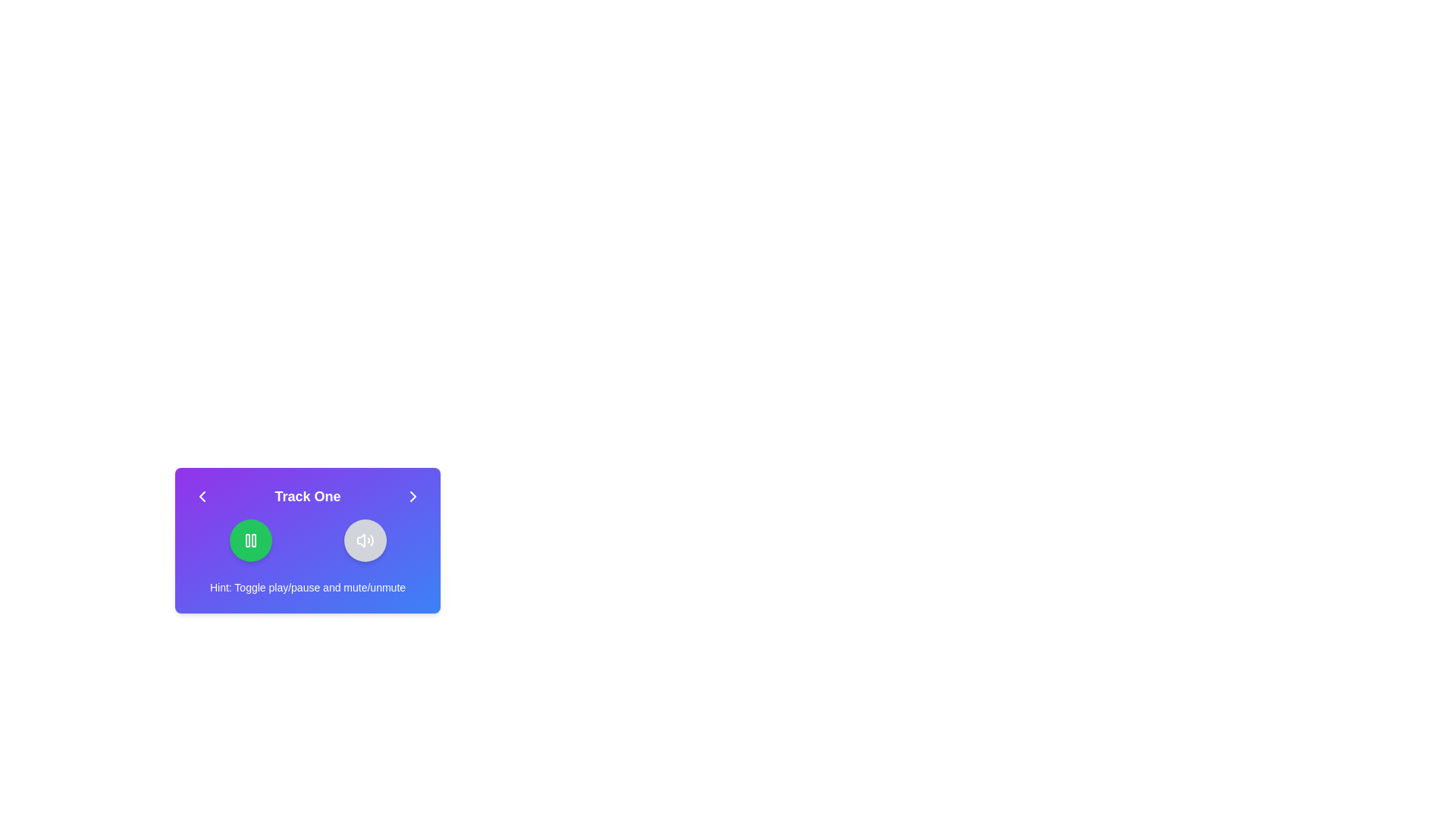 This screenshot has width=1456, height=819. I want to click on the sound control icon resembling a megaphone located to the right of the track name and play button, so click(359, 540).